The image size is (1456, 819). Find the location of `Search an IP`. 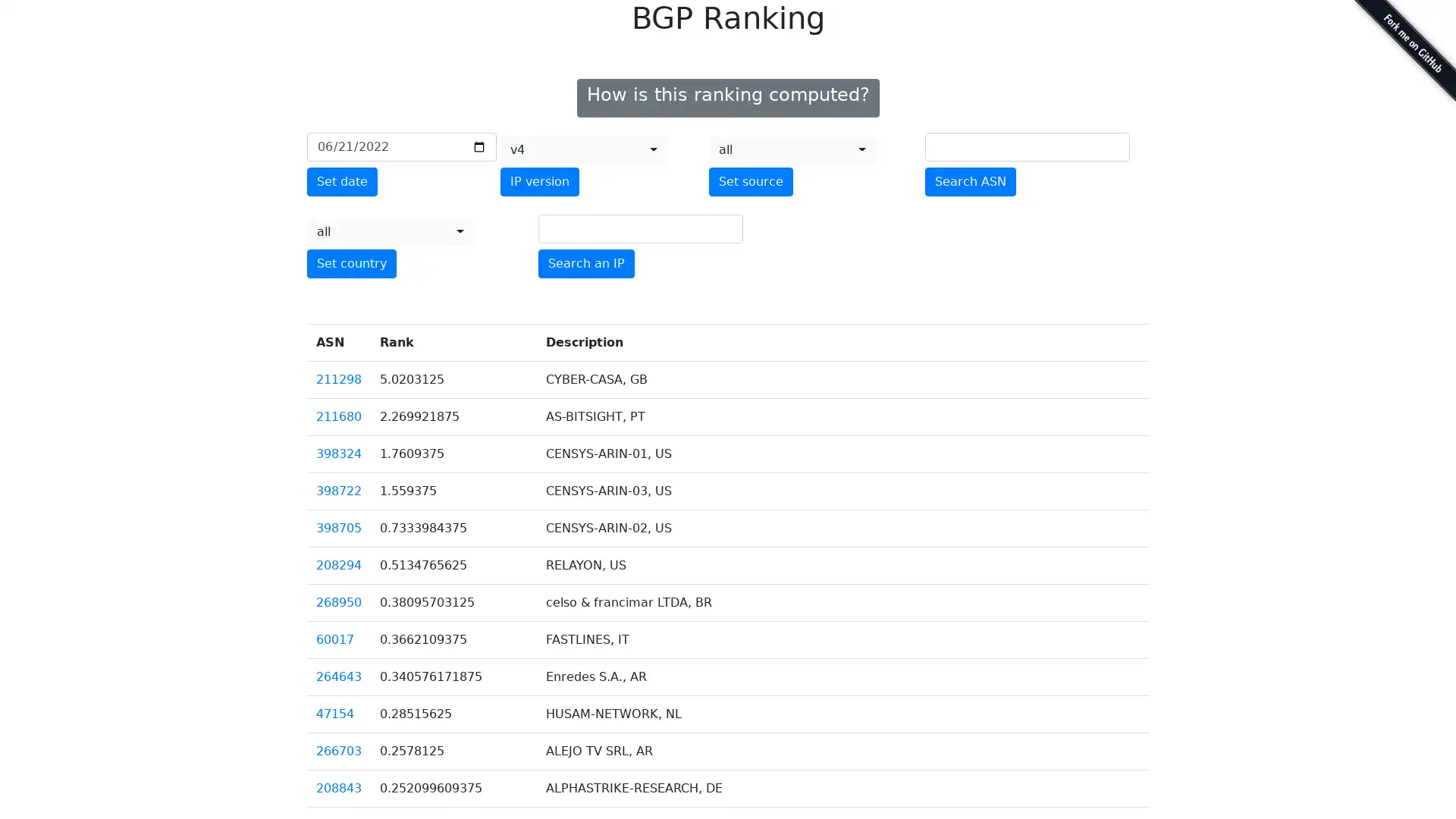

Search an IP is located at coordinates (585, 262).